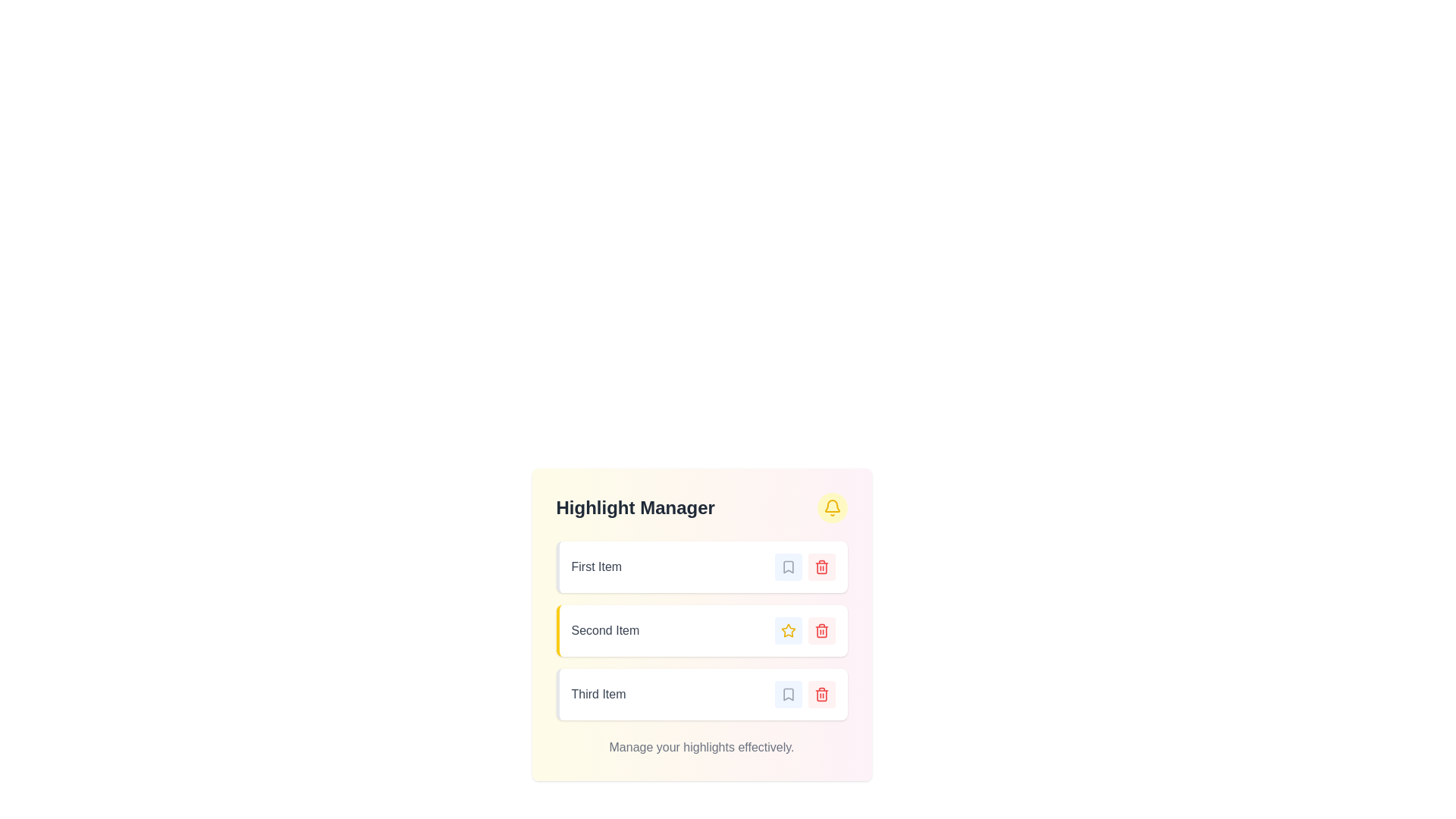 The height and width of the screenshot is (819, 1456). What do you see at coordinates (595, 567) in the screenshot?
I see `text content of the 'First Item' label, which is a gray-colored text with medium font weight located at the top of the 'Highlight Manager' section` at bounding box center [595, 567].